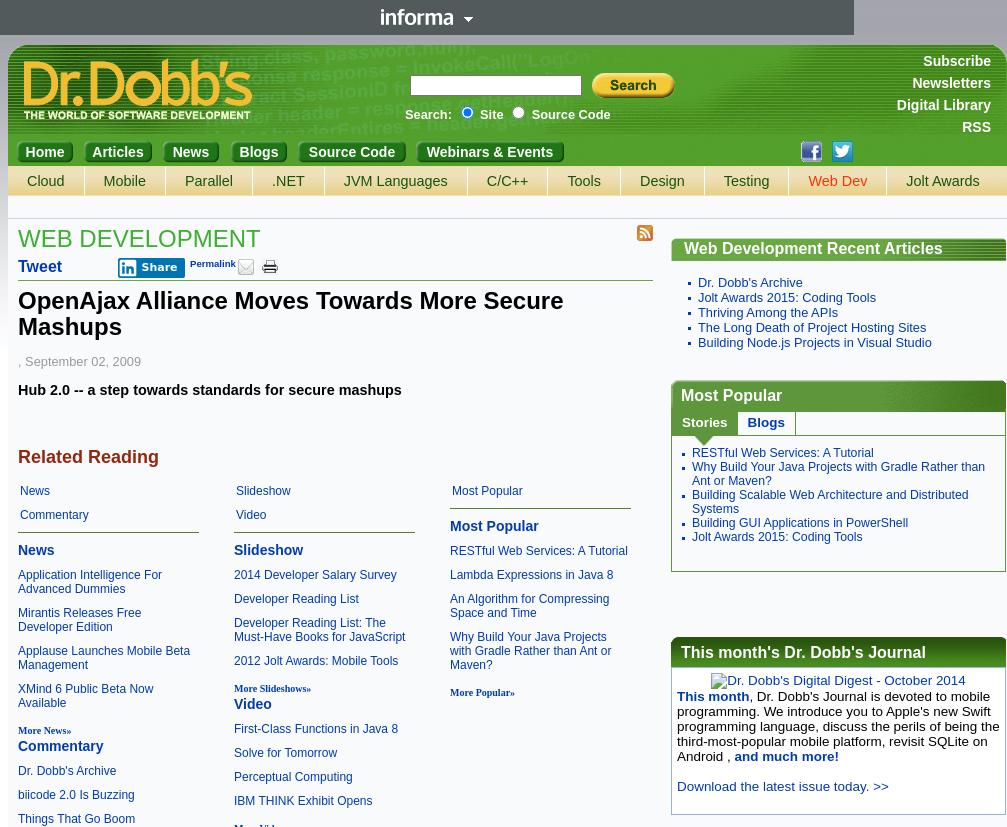 This screenshot has height=827, width=1007. What do you see at coordinates (159, 267) in the screenshot?
I see `'Share'` at bounding box center [159, 267].